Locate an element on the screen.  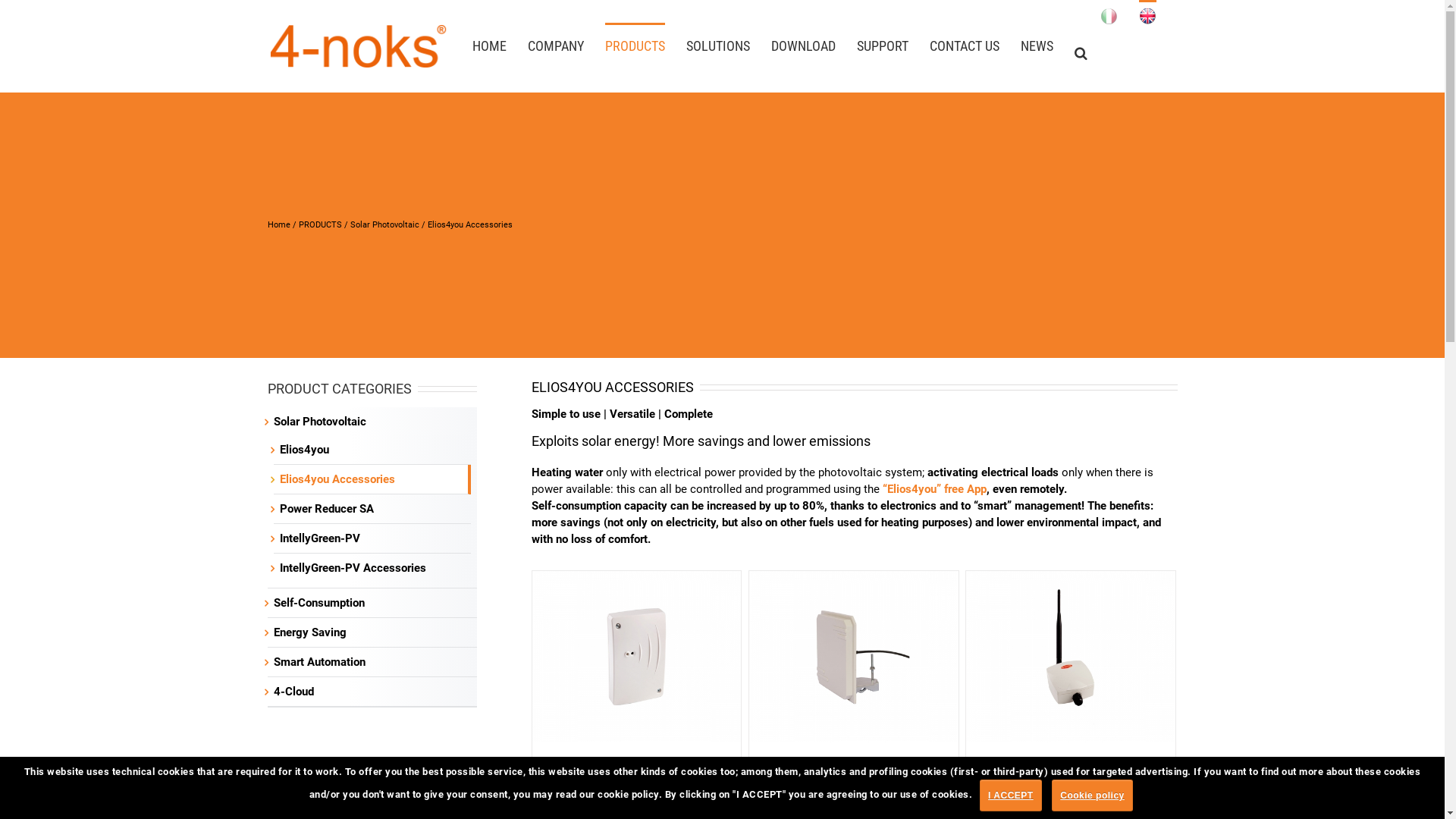
'Smart Automation' is located at coordinates (318, 661).